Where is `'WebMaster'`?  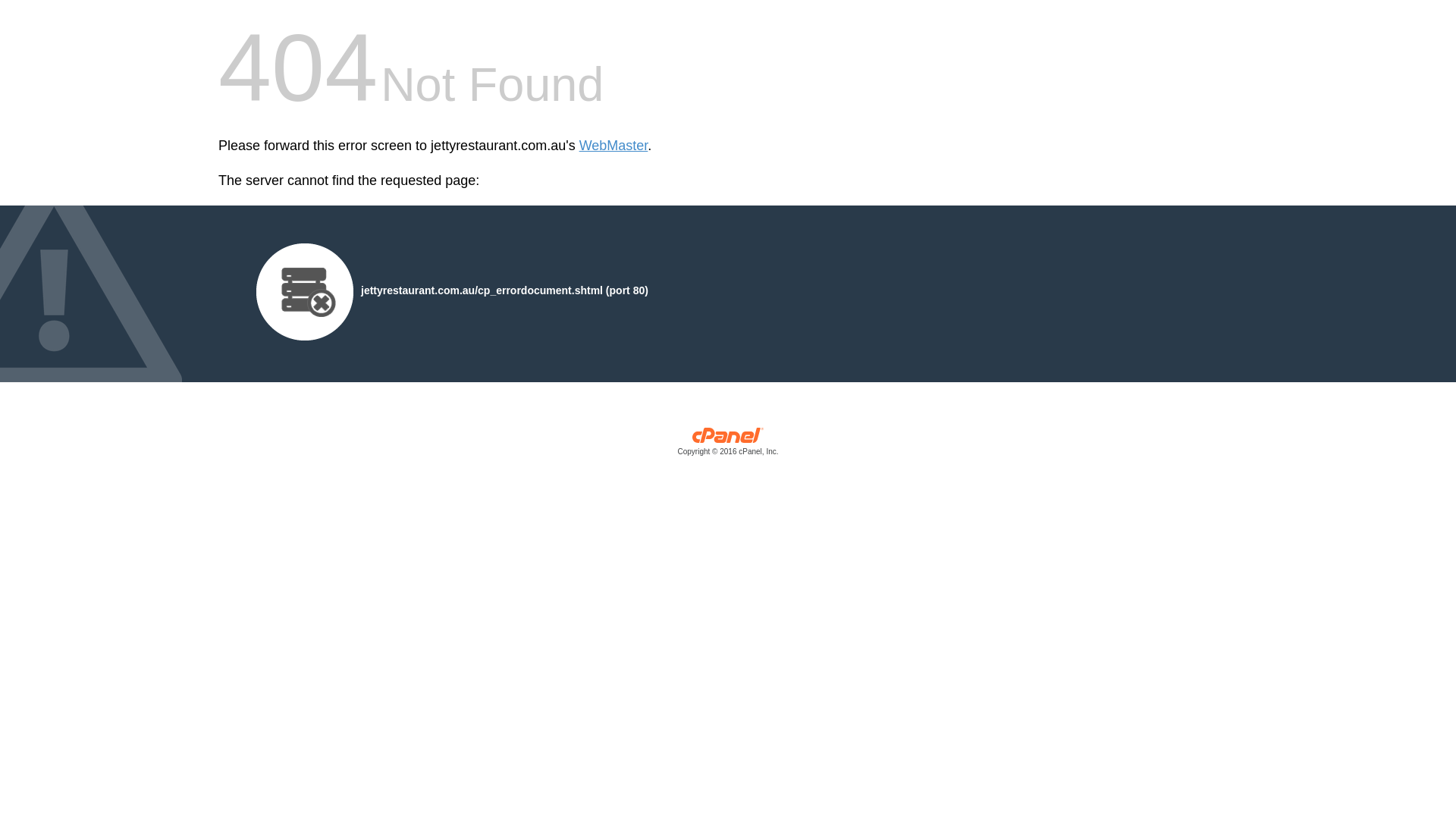 'WebMaster' is located at coordinates (613, 146).